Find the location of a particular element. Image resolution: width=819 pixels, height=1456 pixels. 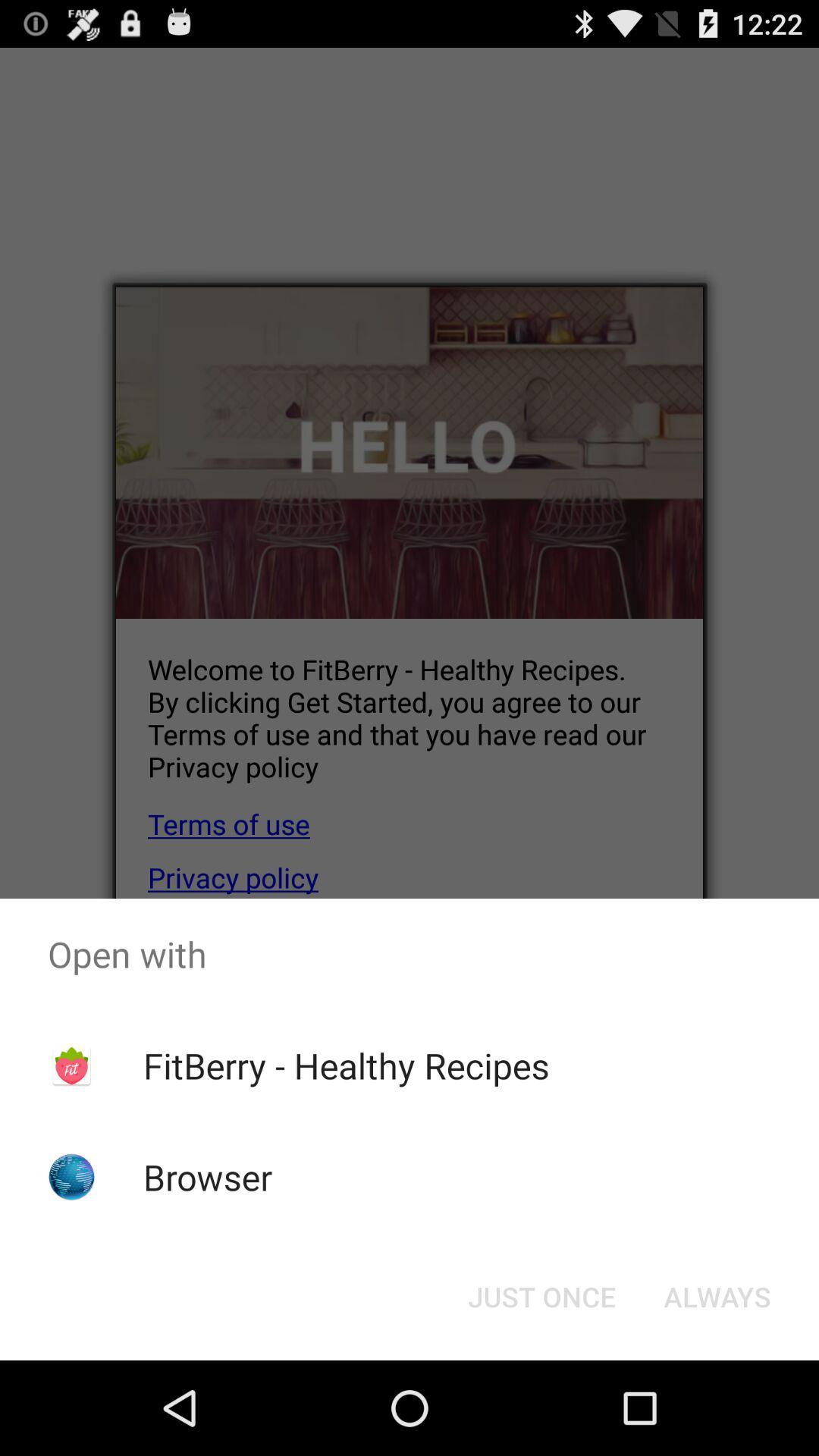

fitberry - healthy recipes is located at coordinates (346, 1065).